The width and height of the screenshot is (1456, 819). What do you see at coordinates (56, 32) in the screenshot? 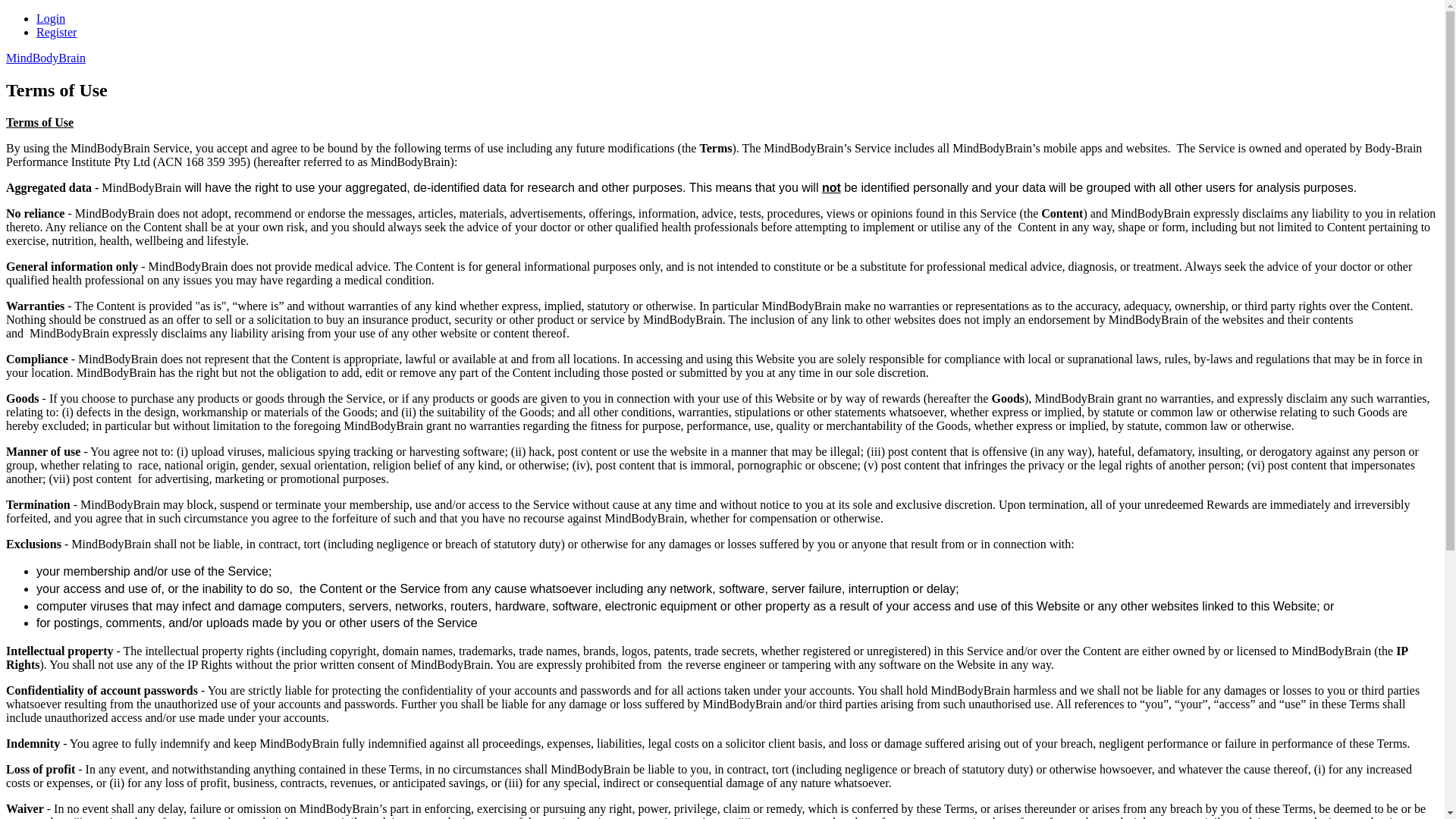
I see `'Register'` at bounding box center [56, 32].